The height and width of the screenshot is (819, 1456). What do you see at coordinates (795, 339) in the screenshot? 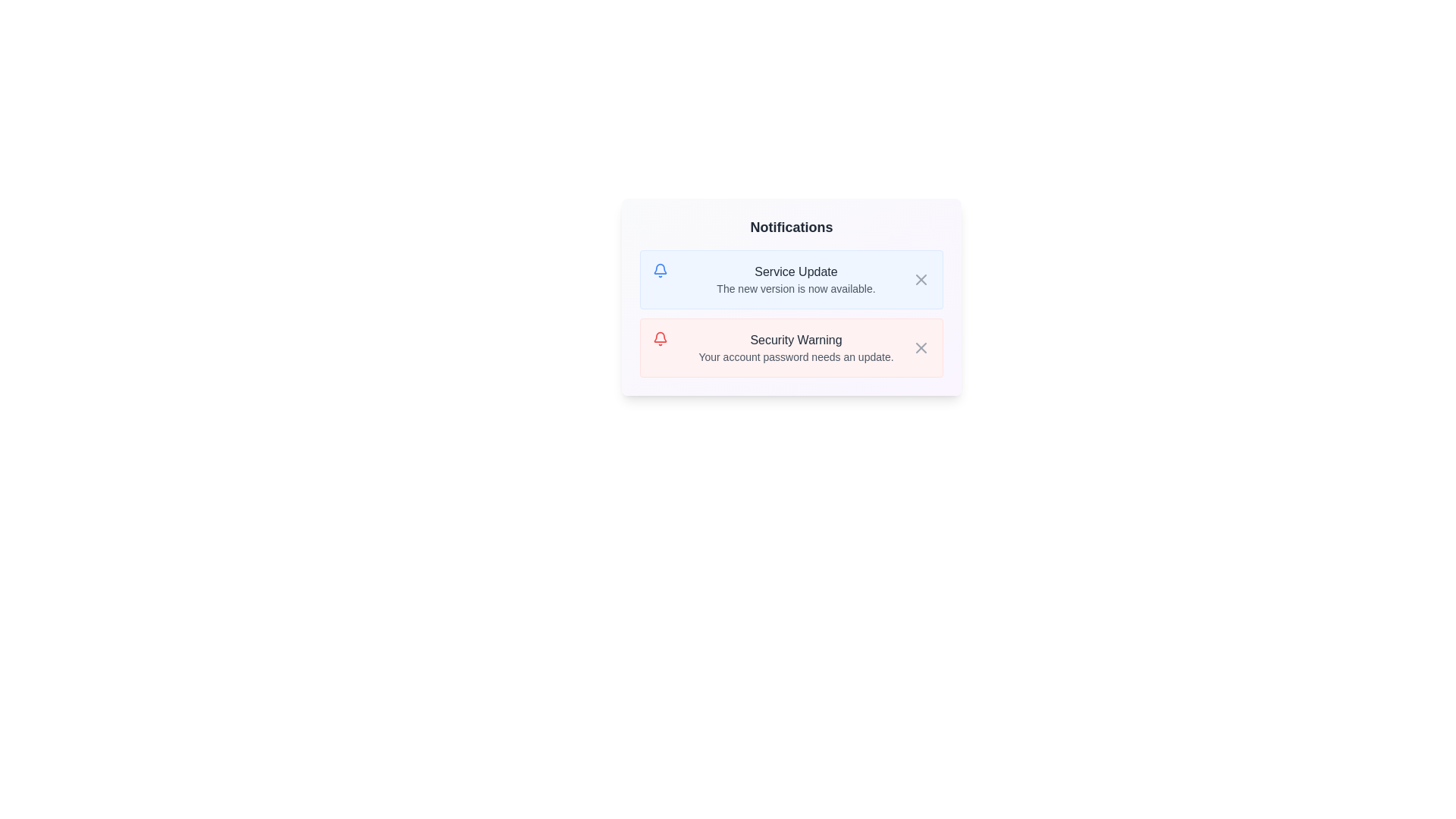
I see `the prominently styled text label reading 'Security Warning' in bold dark gray font, which is located directly below the 'Service Update' notification` at bounding box center [795, 339].